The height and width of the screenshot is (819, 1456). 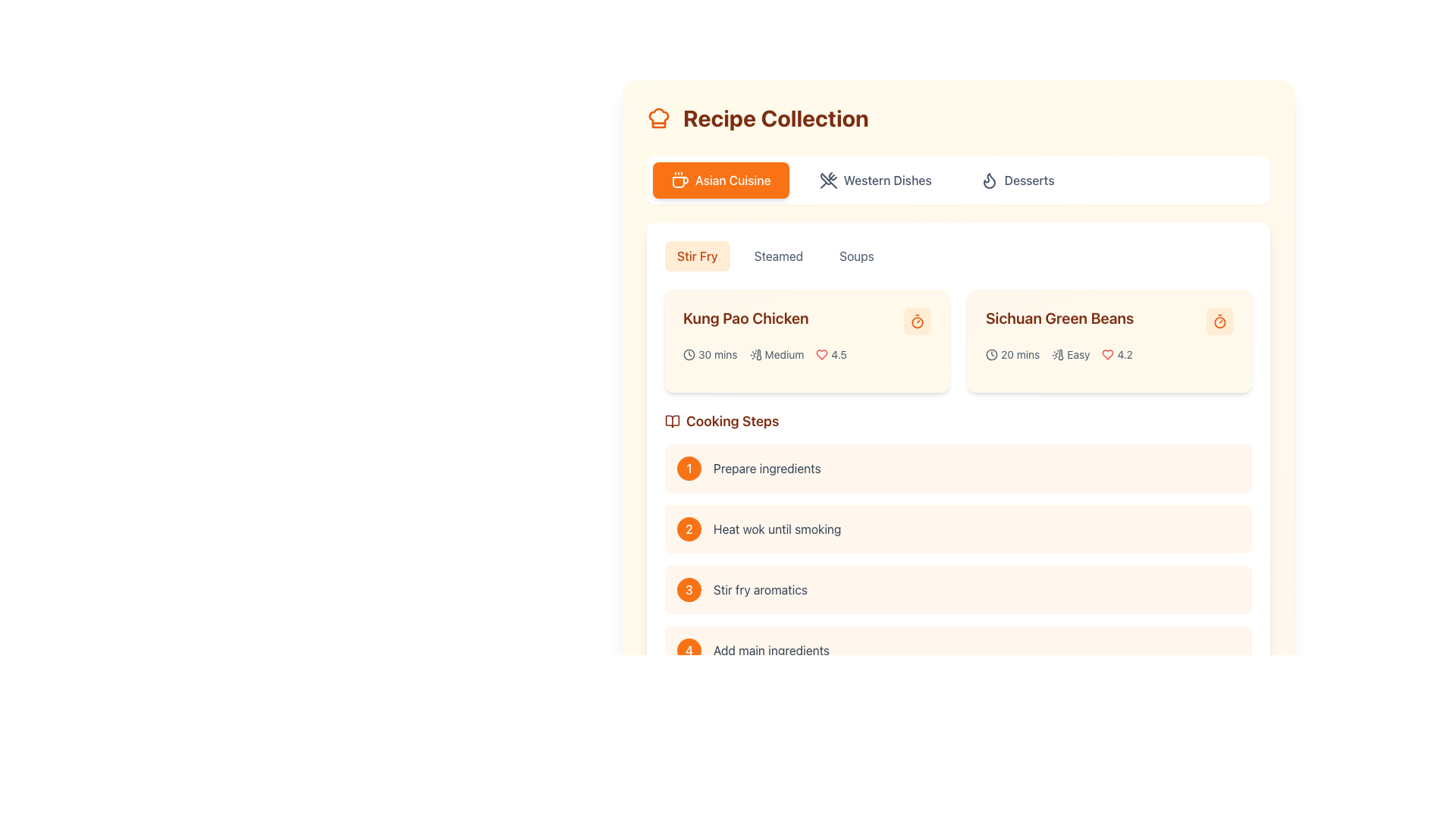 What do you see at coordinates (688, 589) in the screenshot?
I see `the Step indicator badge that serves as a visual cue for the order of steps in the cooking process, located to the left of the text 'Stir fry aromatics'` at bounding box center [688, 589].